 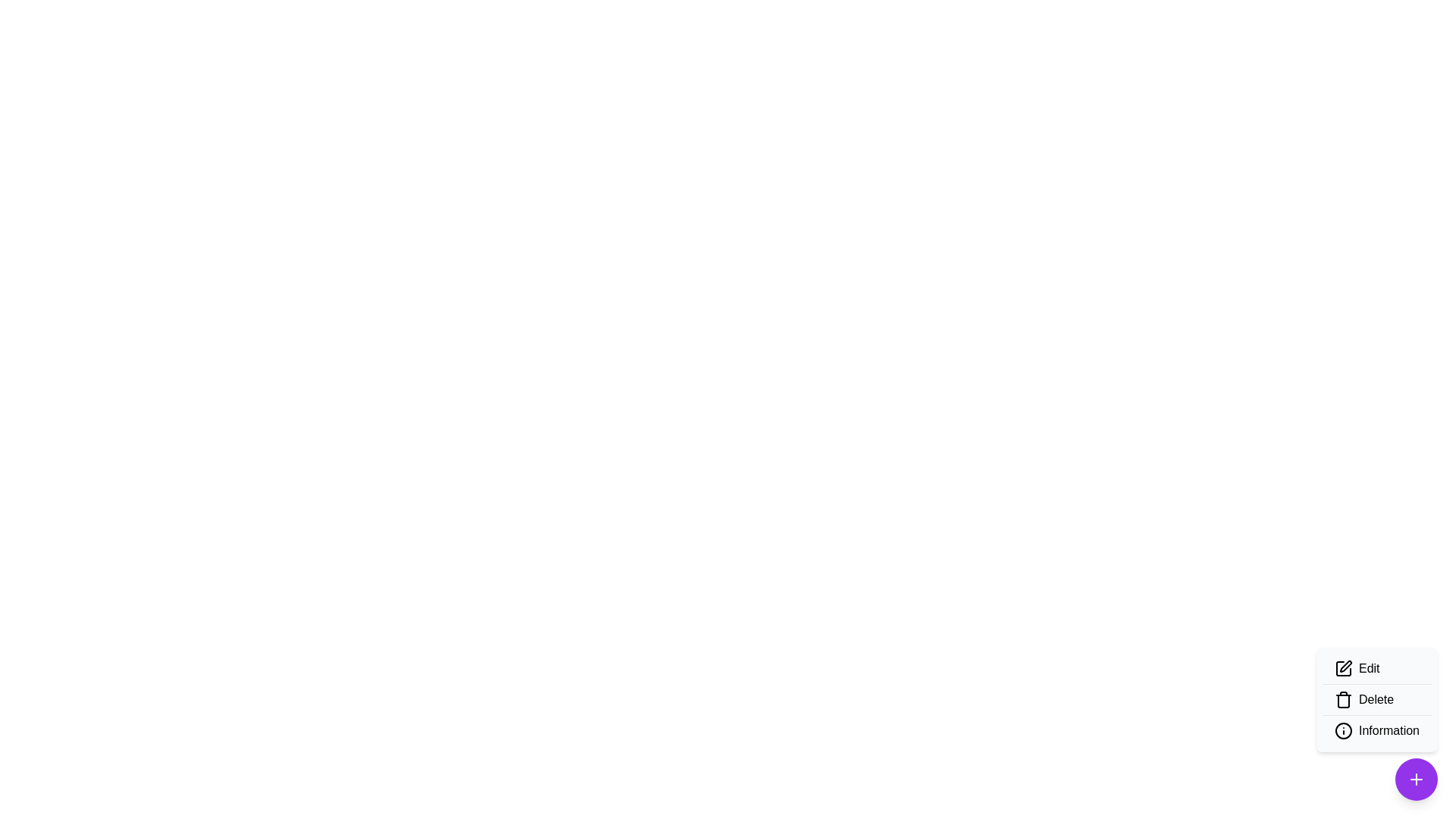 I want to click on the 'Information' menu item in the dropdown menu, so click(x=1376, y=730).